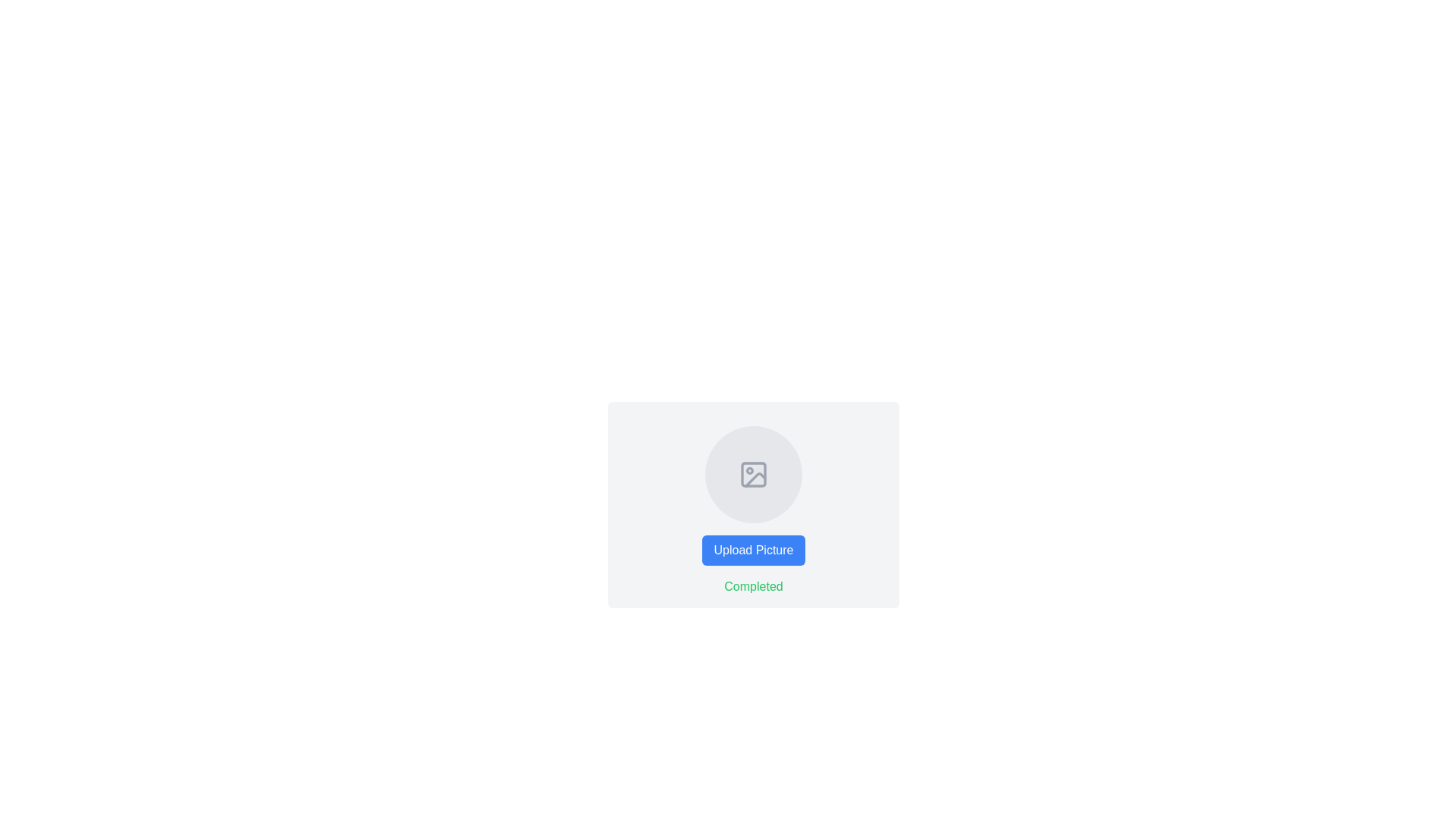 This screenshot has height=819, width=1456. What do you see at coordinates (753, 473) in the screenshot?
I see `the icon that represents a placeholder for uploading pictures, located centrally within a circular background area above the 'Upload Picture' button` at bounding box center [753, 473].